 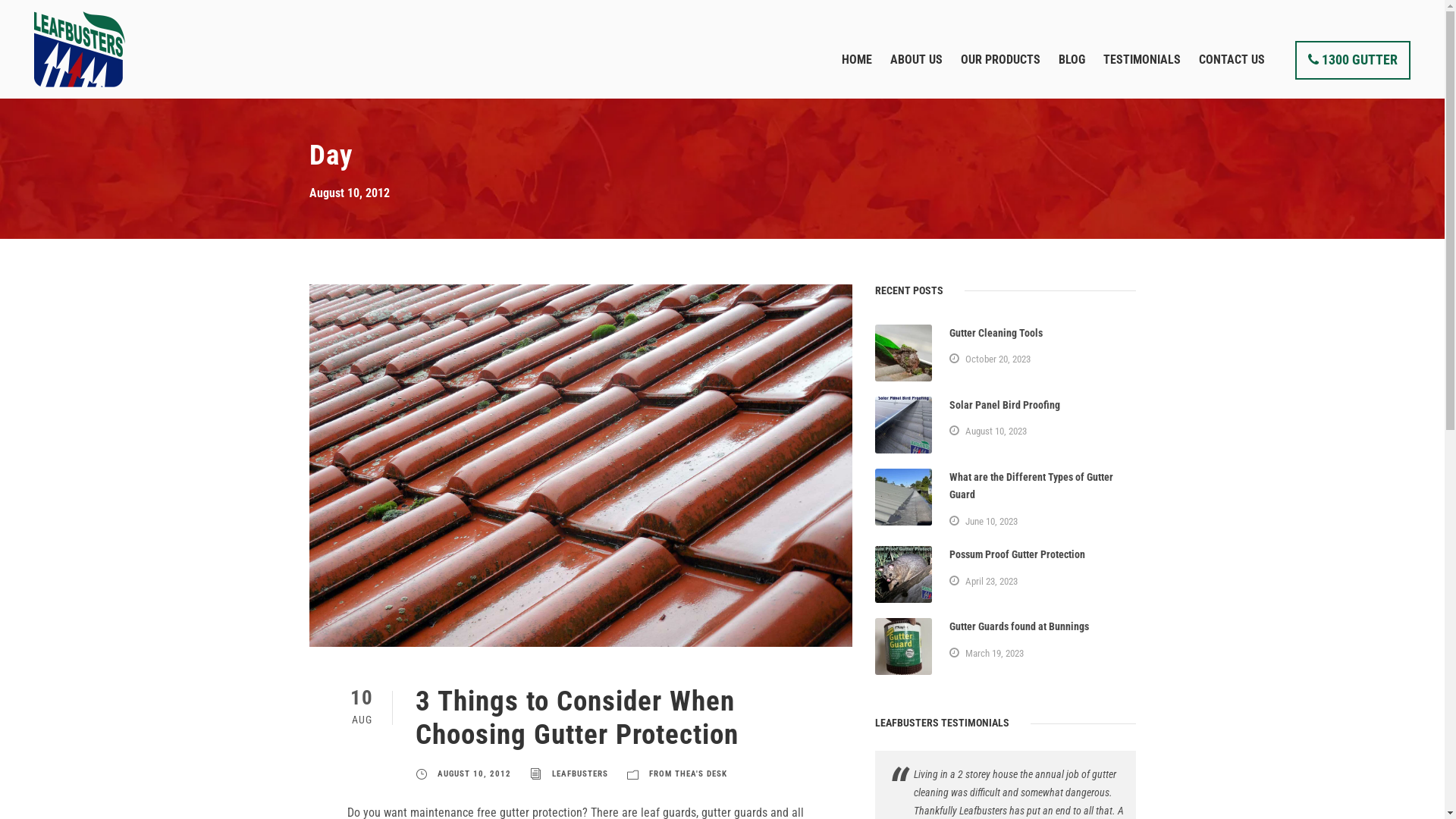 I want to click on 'Possum Proof Gutter Protection', so click(x=949, y=554).